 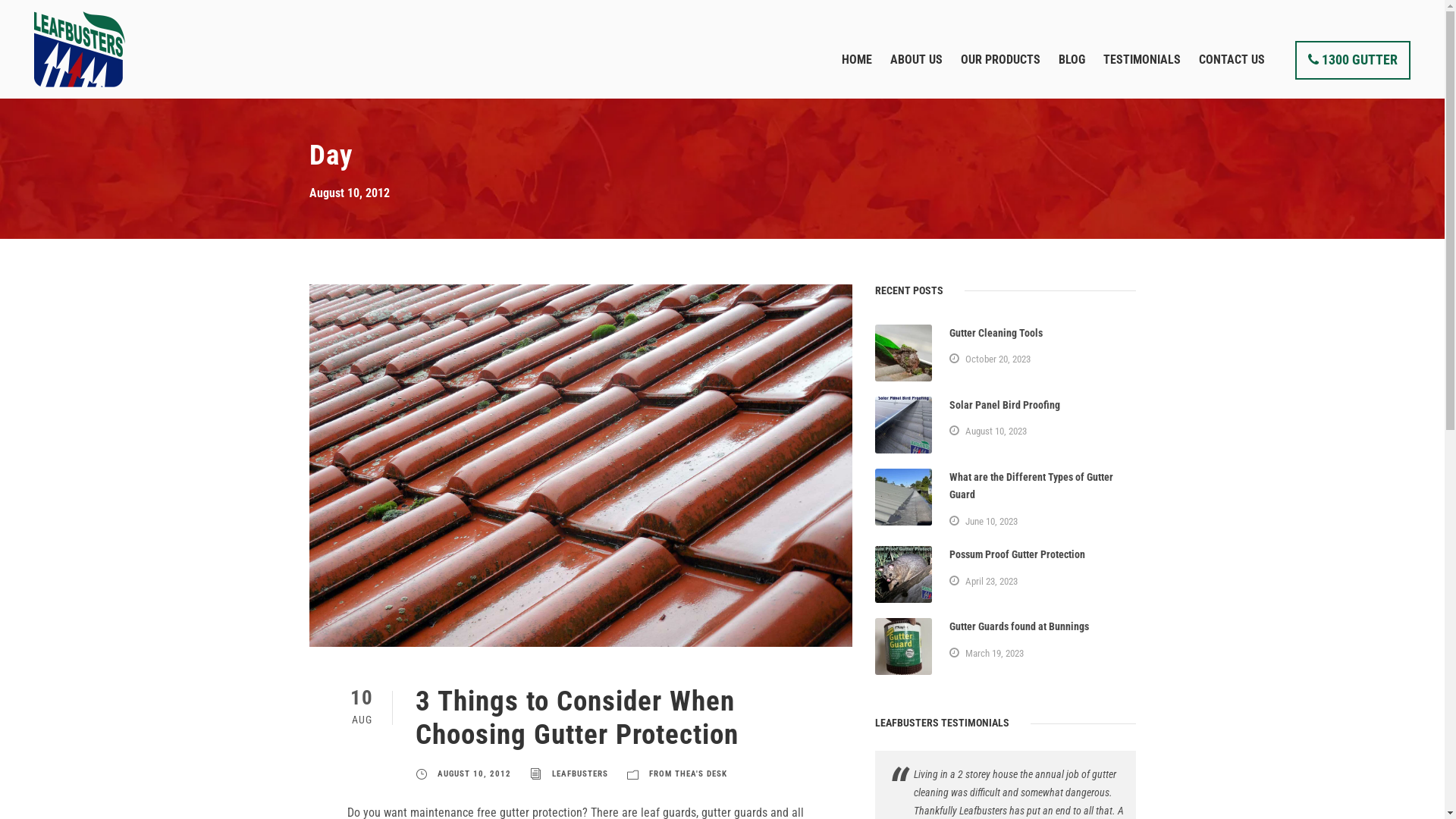 I want to click on 'Possum Proof Gutter Protection', so click(x=949, y=554).